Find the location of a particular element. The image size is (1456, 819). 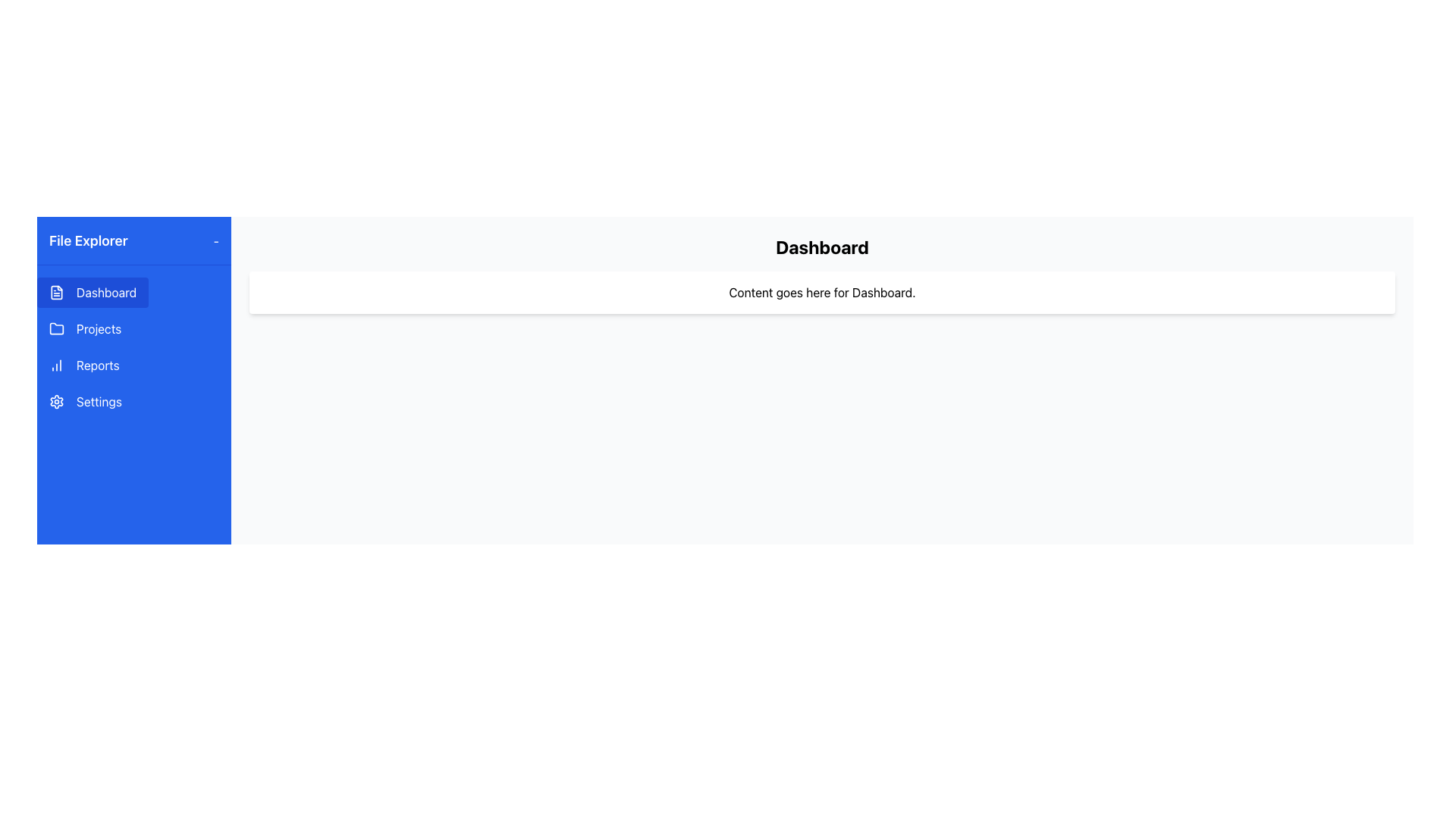

the gear-shaped settings icon in the blue navigation sidebar is located at coordinates (57, 400).